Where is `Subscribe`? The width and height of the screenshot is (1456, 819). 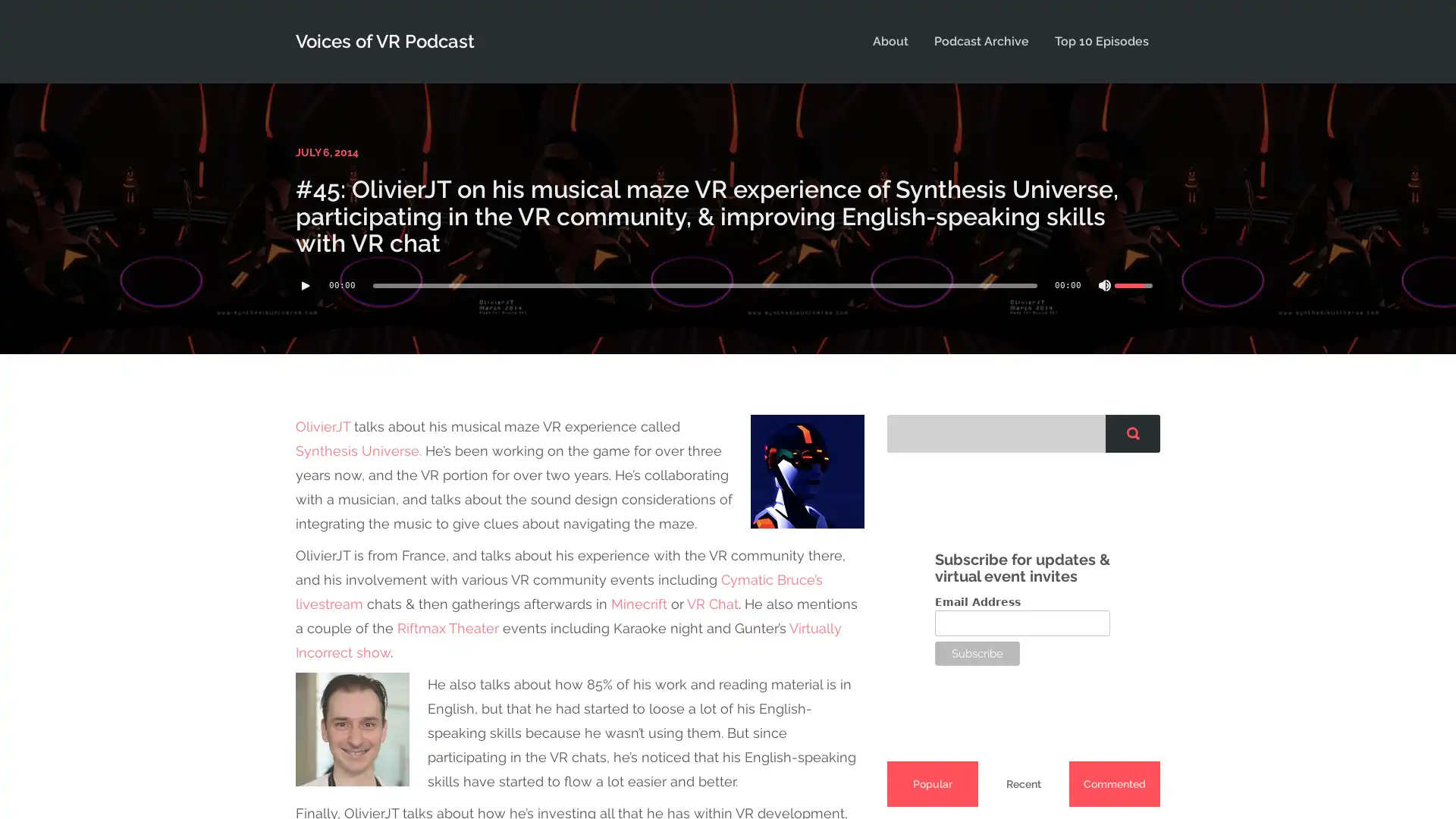
Subscribe is located at coordinates (977, 652).